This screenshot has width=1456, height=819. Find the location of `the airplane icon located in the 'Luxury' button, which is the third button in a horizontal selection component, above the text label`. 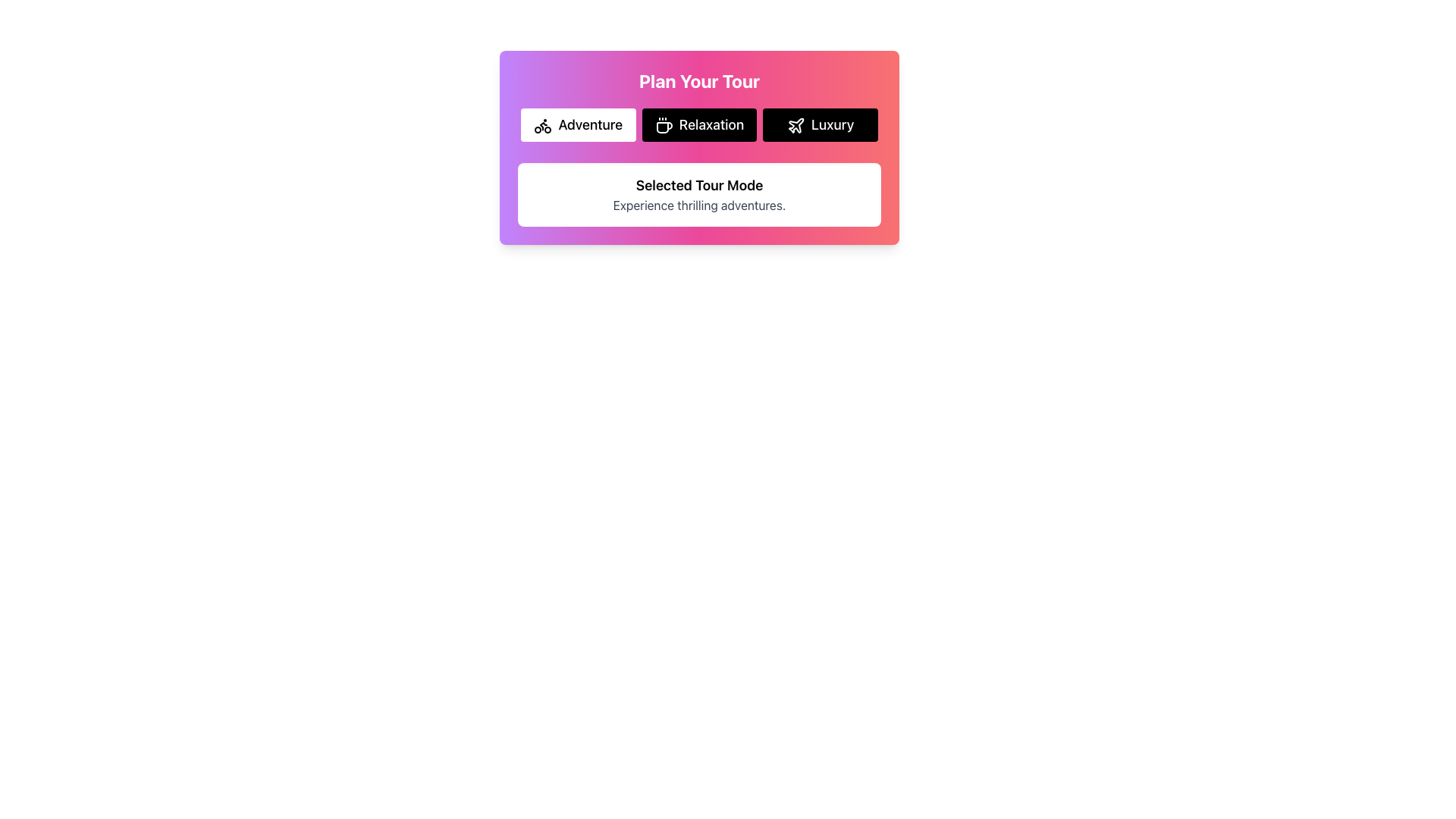

the airplane icon located in the 'Luxury' button, which is the third button in a horizontal selection component, above the text label is located at coordinates (795, 125).